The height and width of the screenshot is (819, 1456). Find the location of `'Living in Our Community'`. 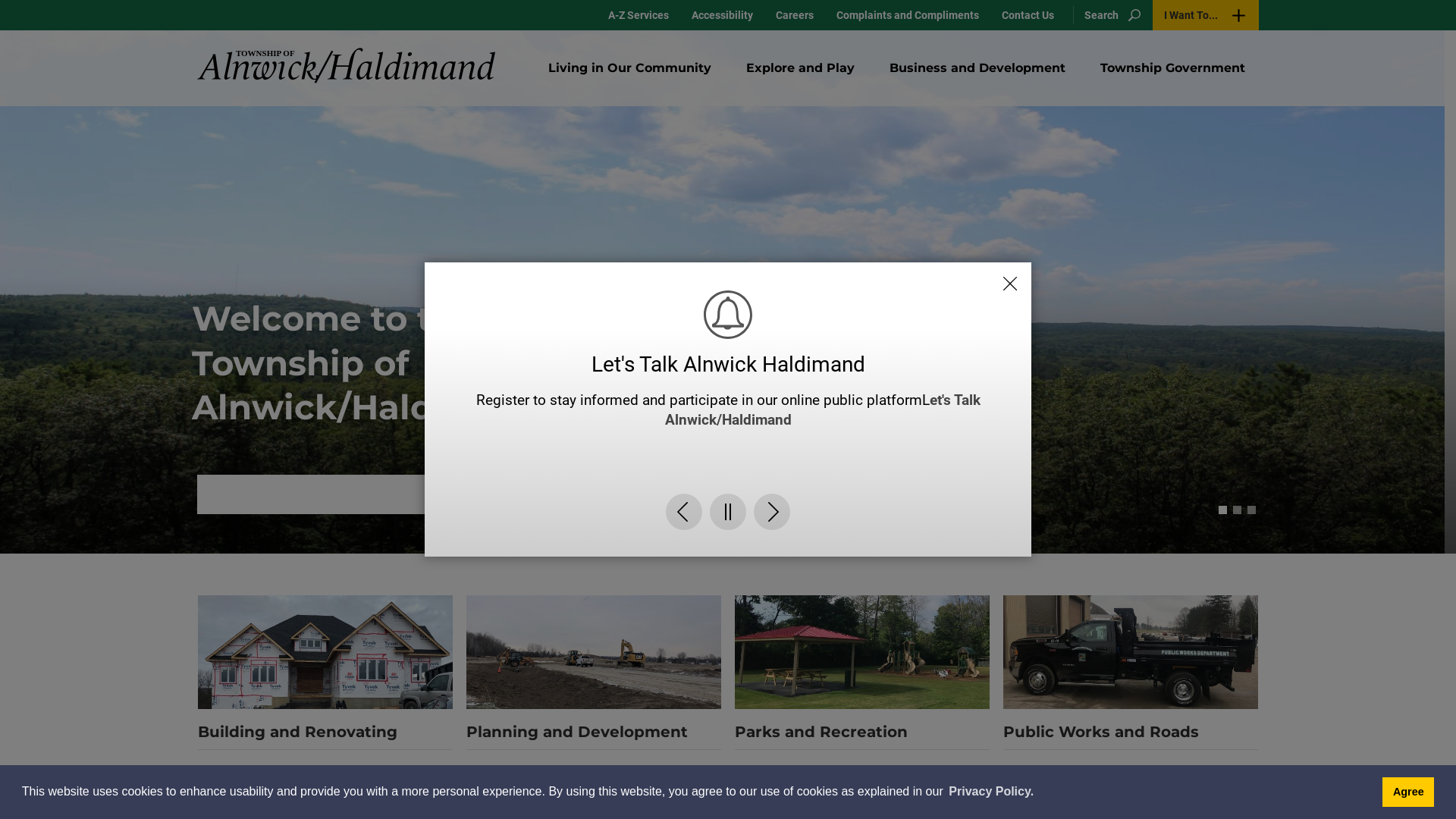

'Living in Our Community' is located at coordinates (629, 67).